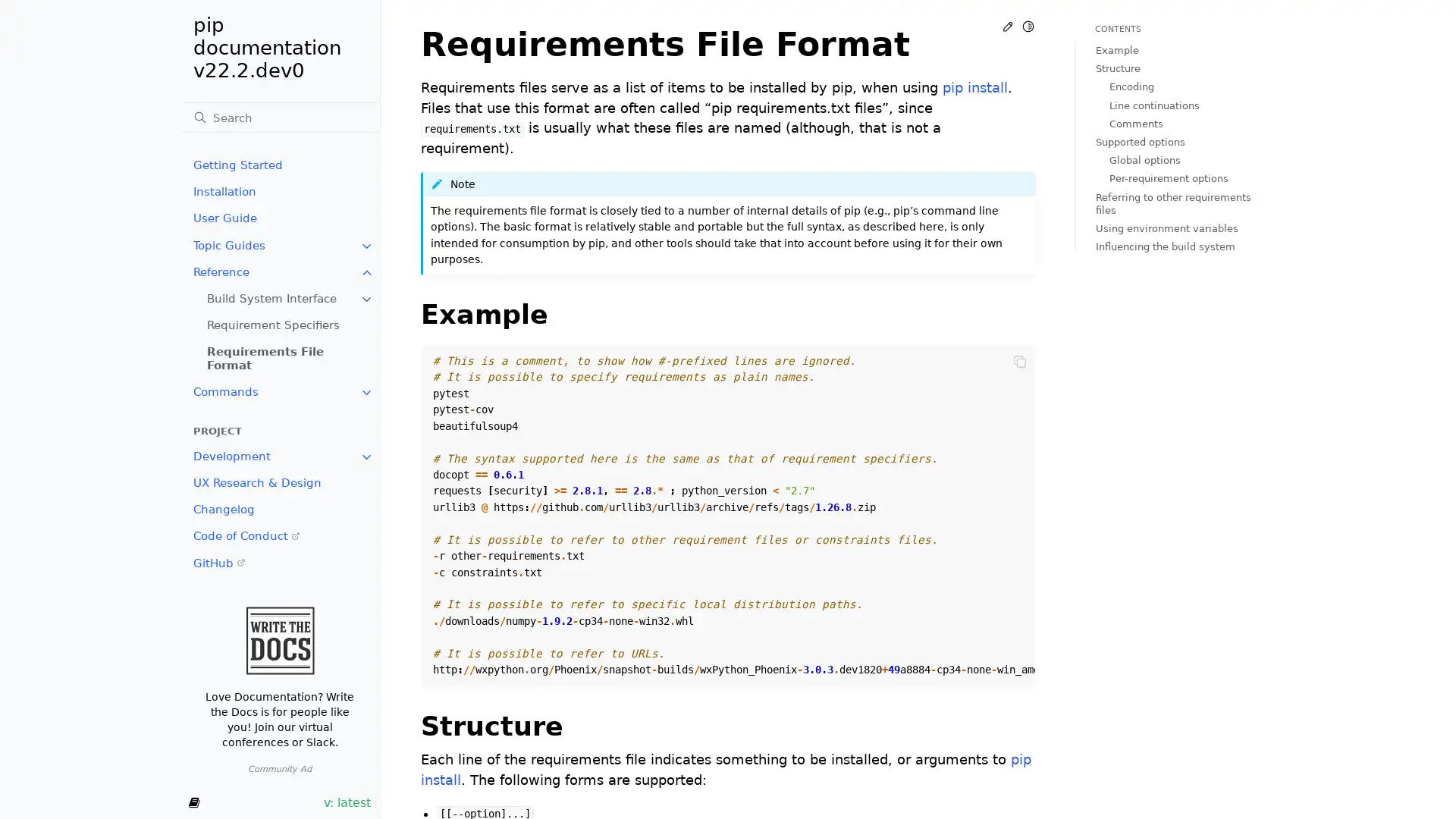 This screenshot has width=1456, height=819. Describe the element at coordinates (1019, 360) in the screenshot. I see `Copy to clipboard` at that location.